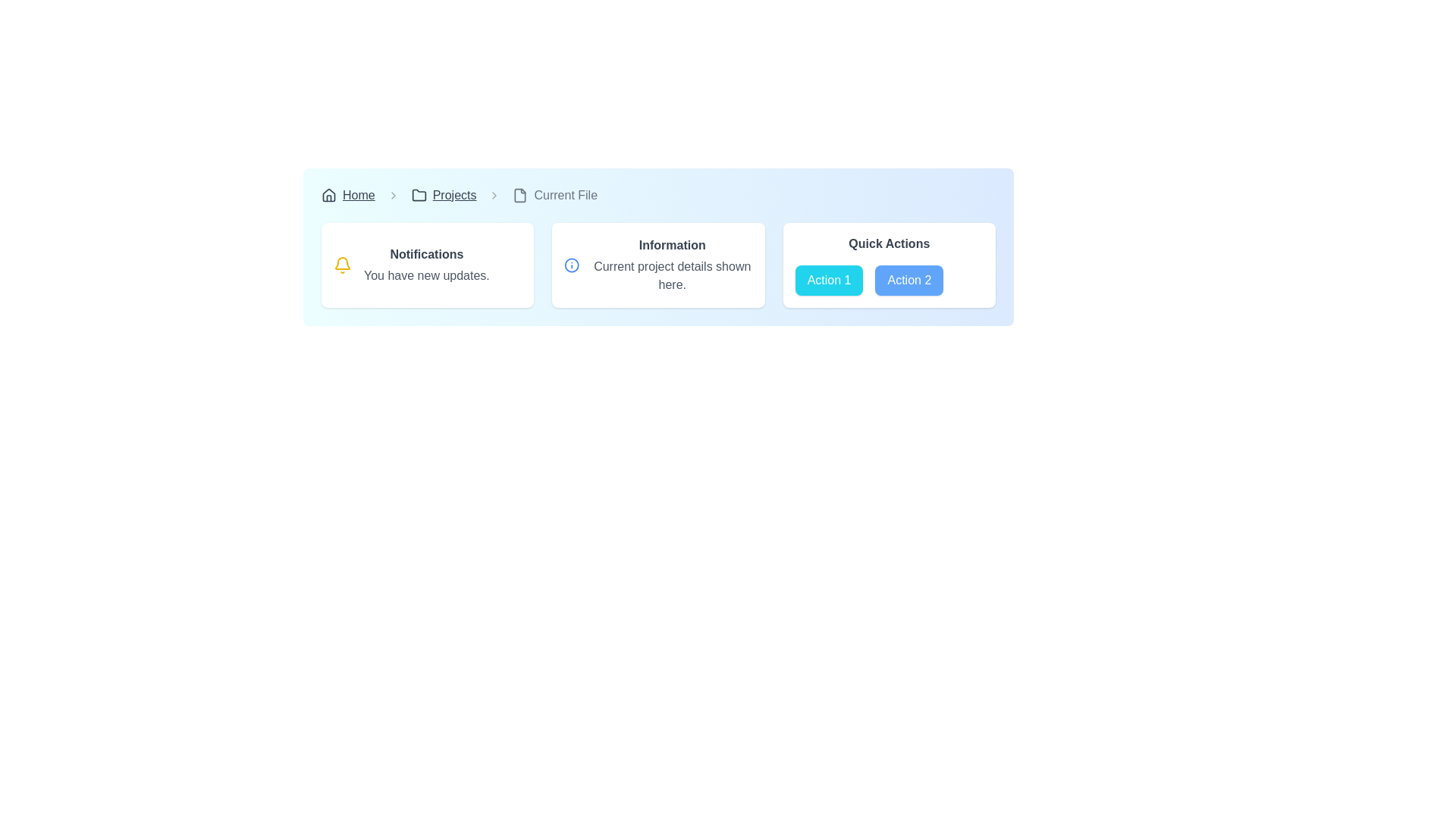 This screenshot has height=819, width=1456. What do you see at coordinates (671, 265) in the screenshot?
I see `the text display component that provides information about the current project, located in the middle panel between 'Notifications' and 'Quick Actions'` at bounding box center [671, 265].